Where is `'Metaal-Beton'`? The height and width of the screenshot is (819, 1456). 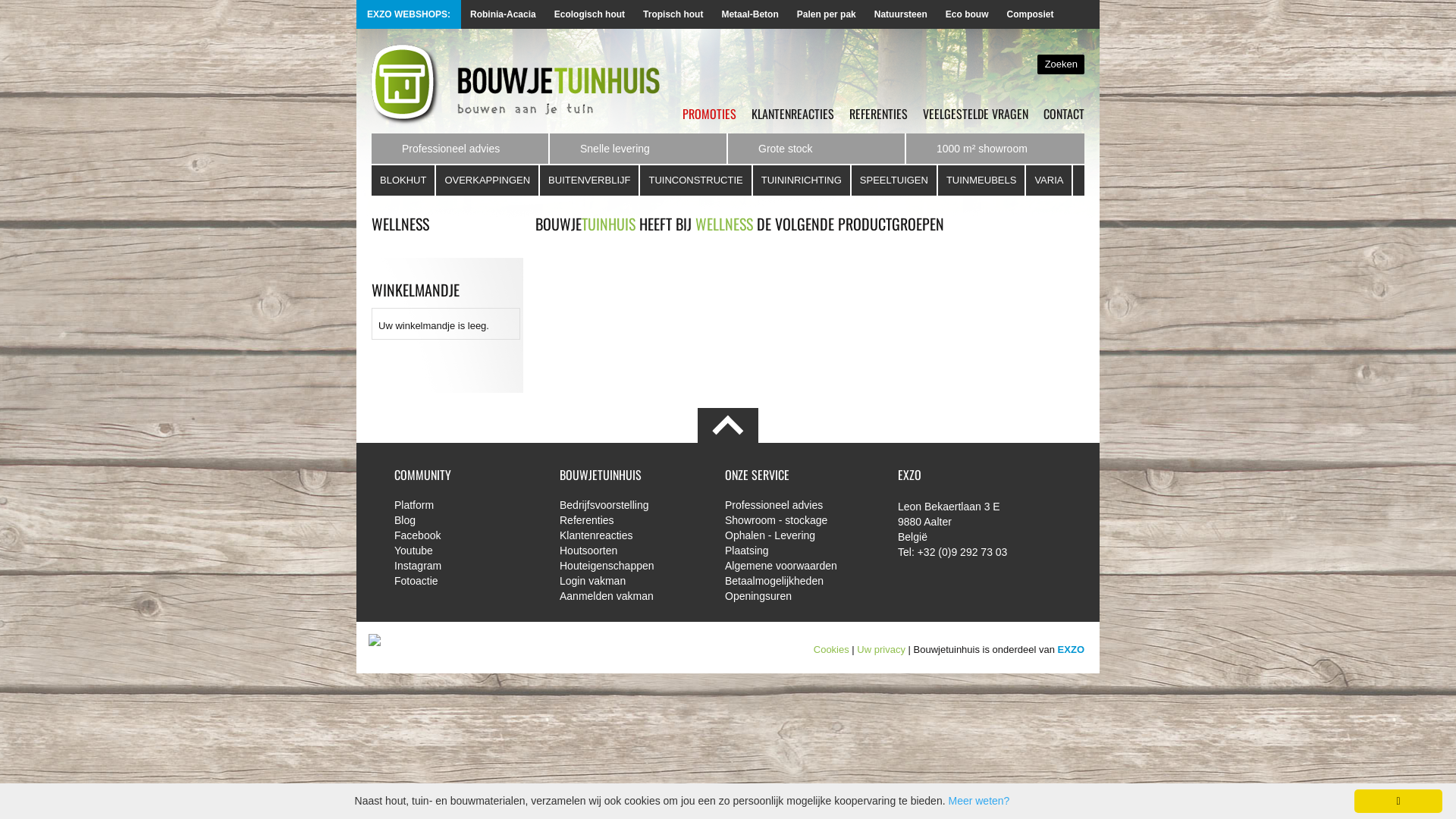
'Metaal-Beton' is located at coordinates (749, 14).